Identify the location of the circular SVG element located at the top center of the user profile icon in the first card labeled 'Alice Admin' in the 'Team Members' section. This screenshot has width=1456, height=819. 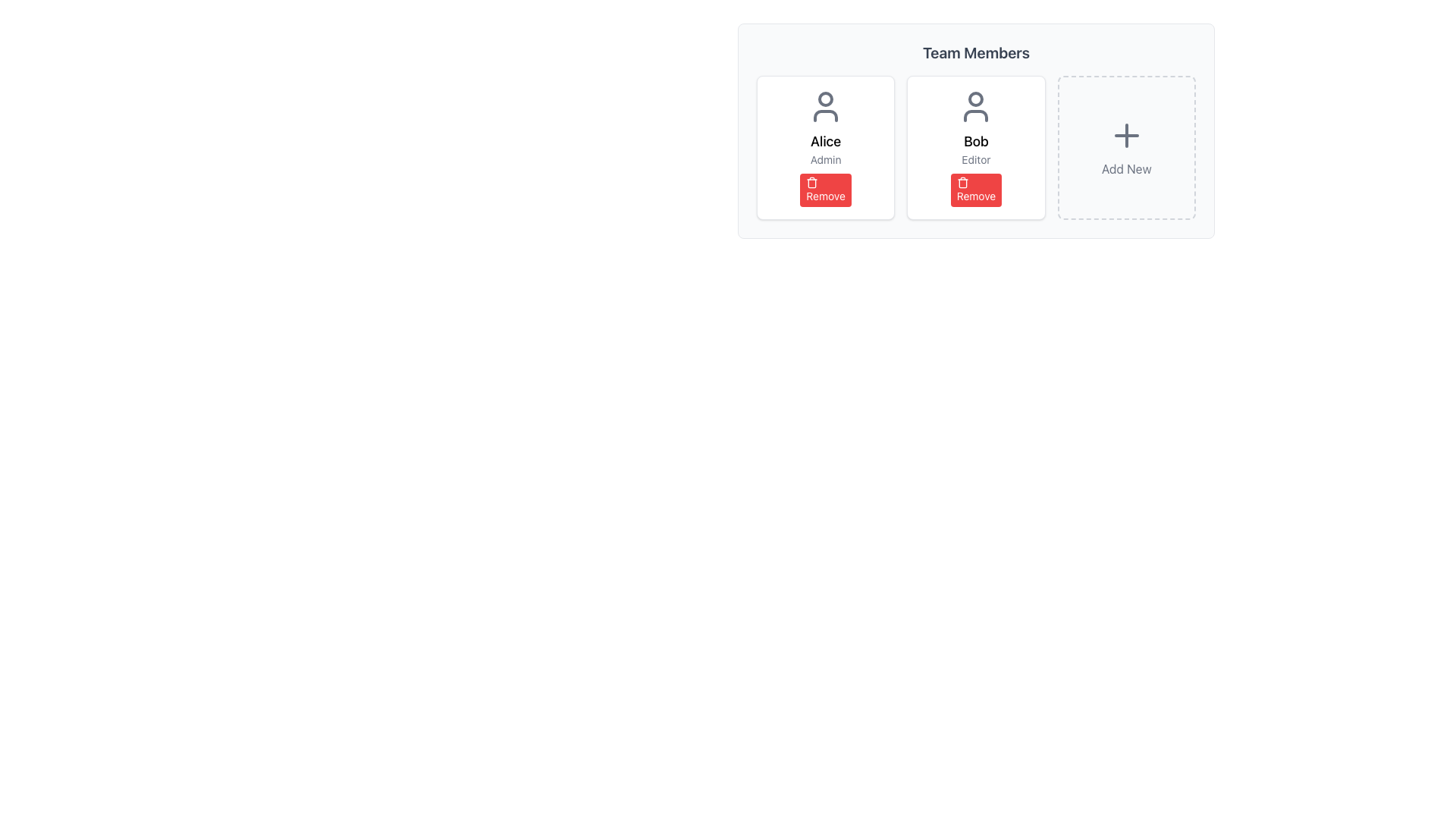
(825, 99).